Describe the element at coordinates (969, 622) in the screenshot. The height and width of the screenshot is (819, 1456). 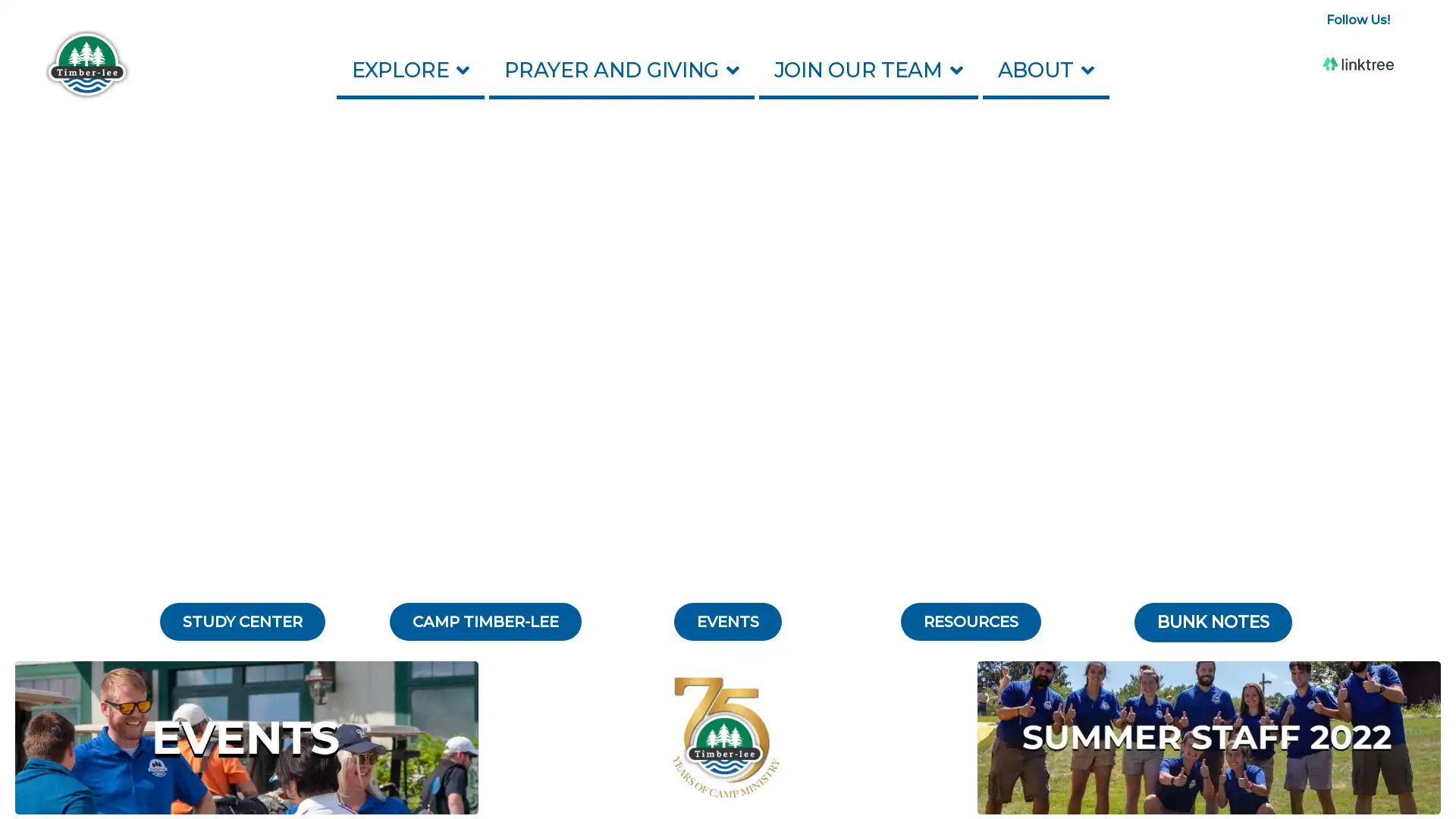
I see `RESOURCES` at that location.